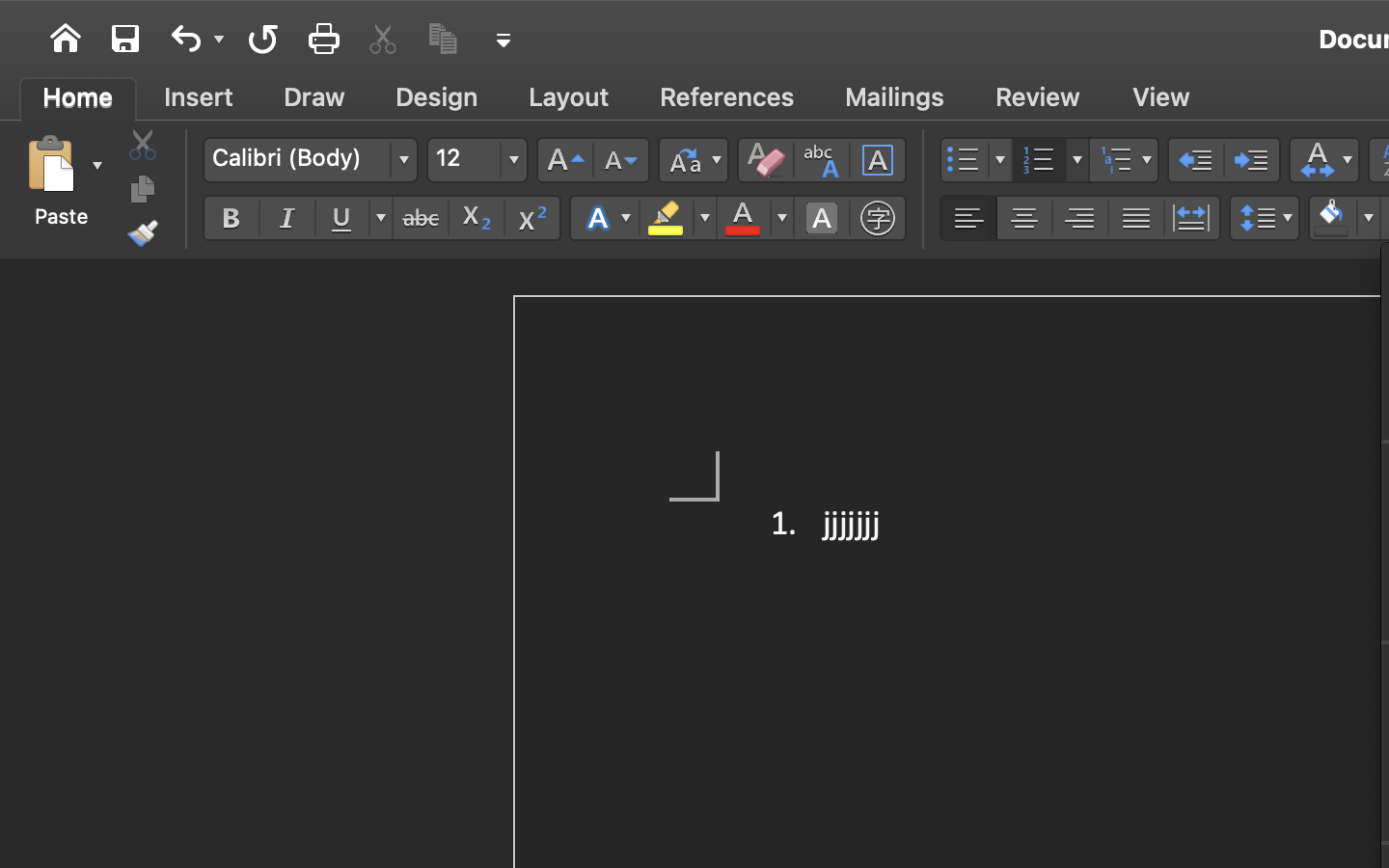 The width and height of the screenshot is (1389, 868). What do you see at coordinates (477, 159) in the screenshot?
I see `'12'` at bounding box center [477, 159].